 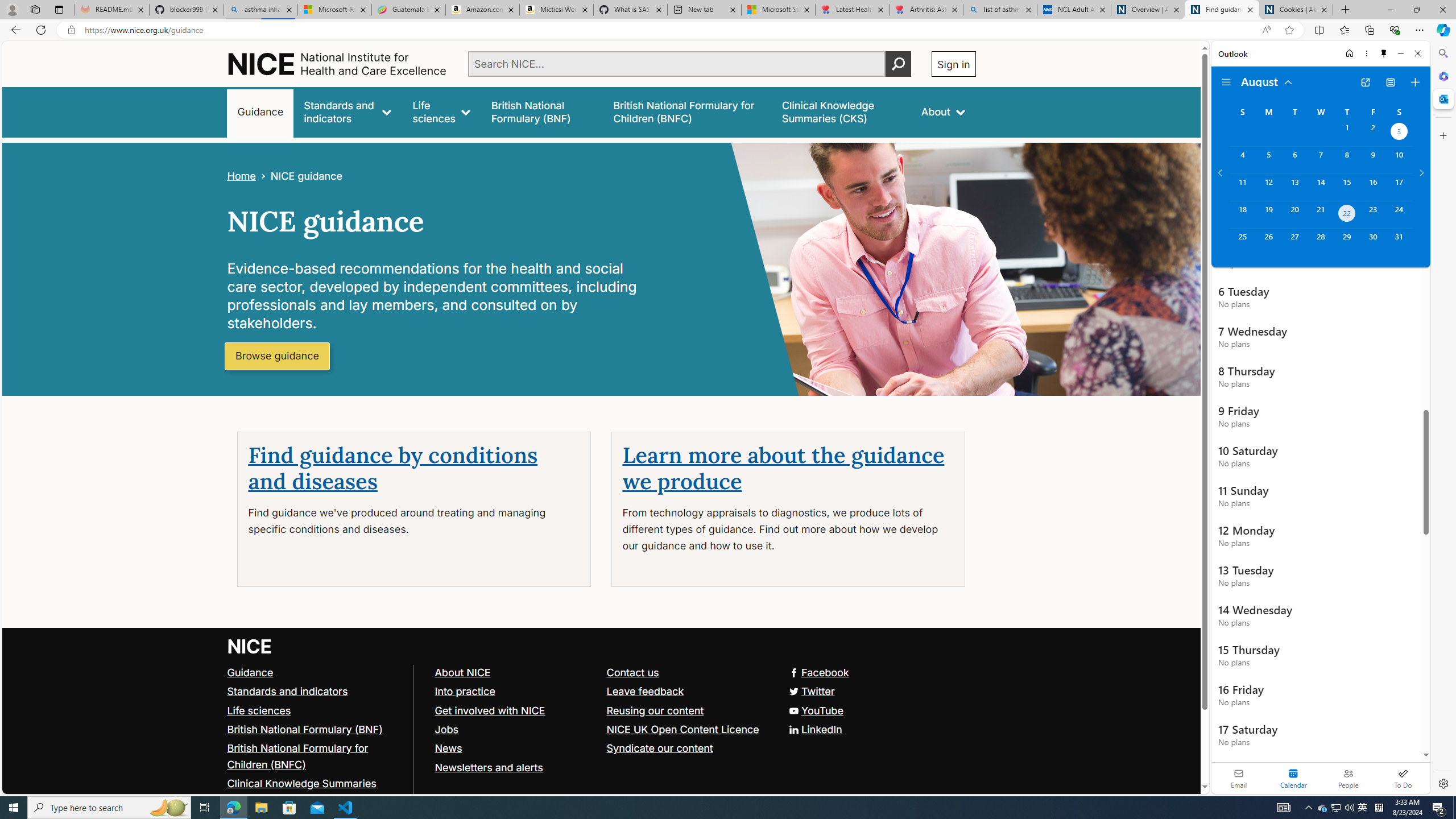 What do you see at coordinates (942, 111) in the screenshot?
I see `'About'` at bounding box center [942, 111].